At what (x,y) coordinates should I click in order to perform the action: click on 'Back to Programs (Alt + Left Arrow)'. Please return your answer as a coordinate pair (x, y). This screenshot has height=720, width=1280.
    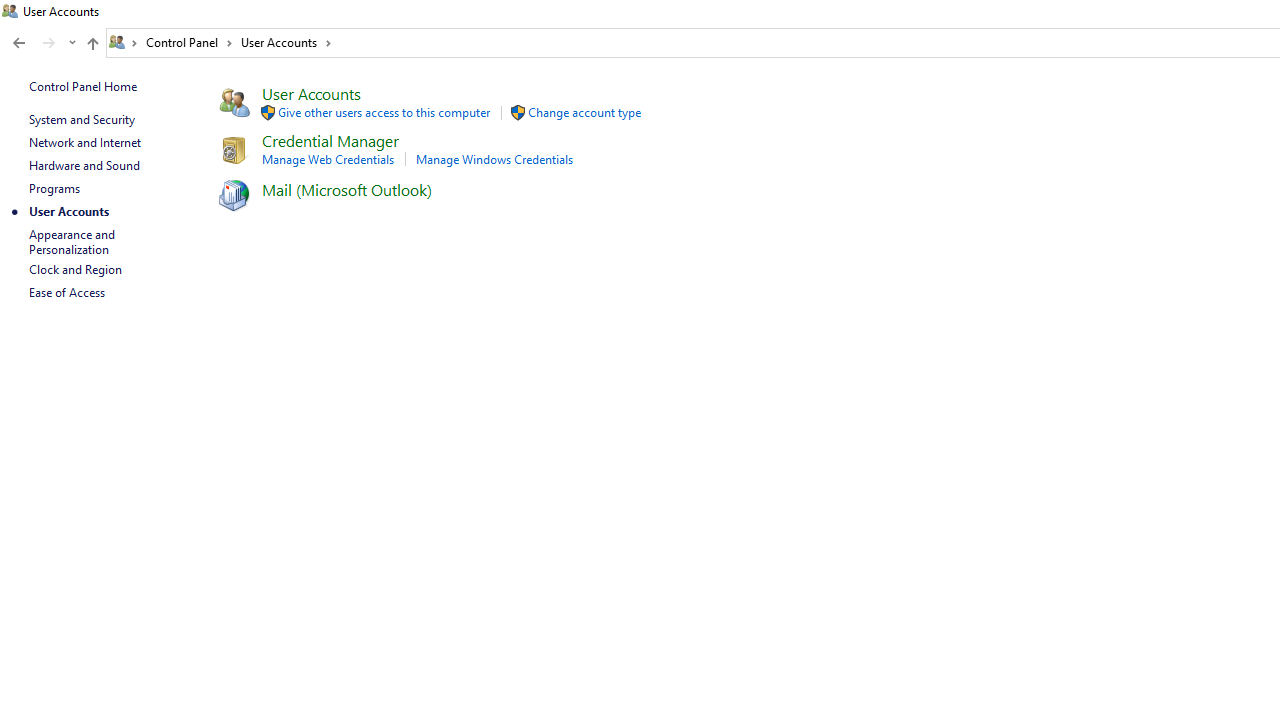
    Looking at the image, I should click on (19, 43).